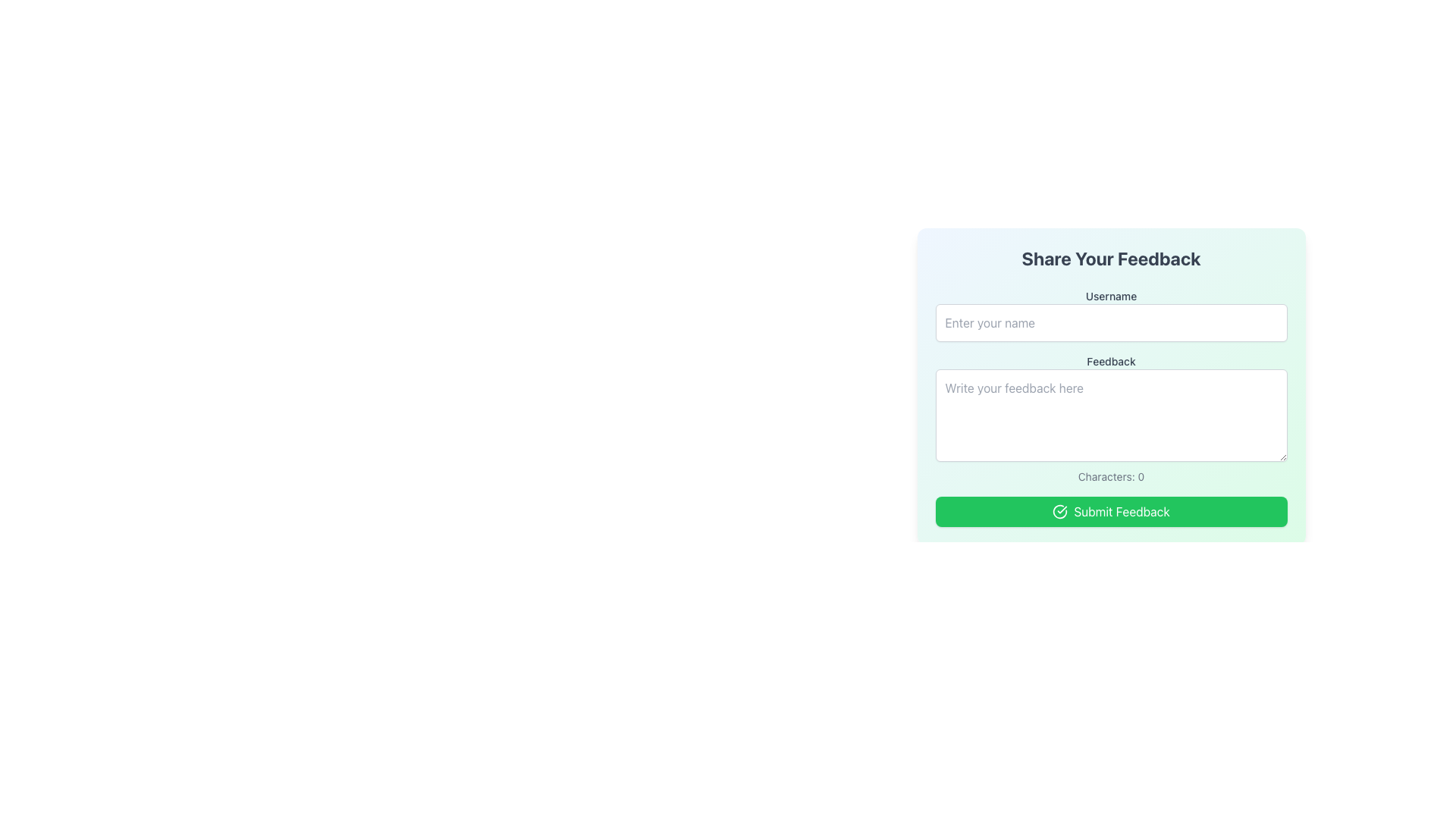 This screenshot has height=819, width=1456. What do you see at coordinates (1111, 512) in the screenshot?
I see `the large green 'Submit Feedback' button located at the bottom of the feedback form` at bounding box center [1111, 512].